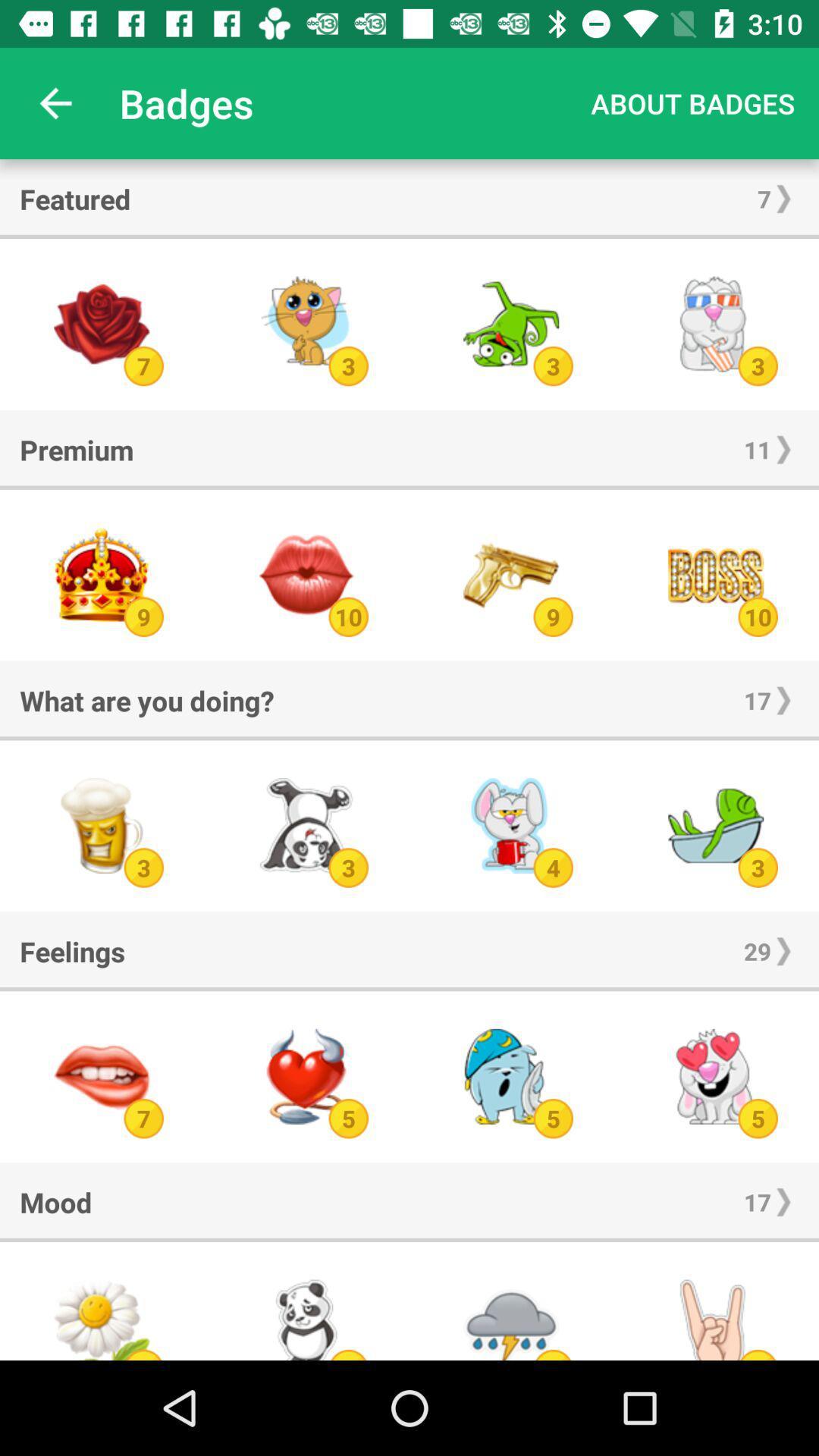 This screenshot has width=819, height=1456. What do you see at coordinates (692, 102) in the screenshot?
I see `the app to the right of the badges app` at bounding box center [692, 102].